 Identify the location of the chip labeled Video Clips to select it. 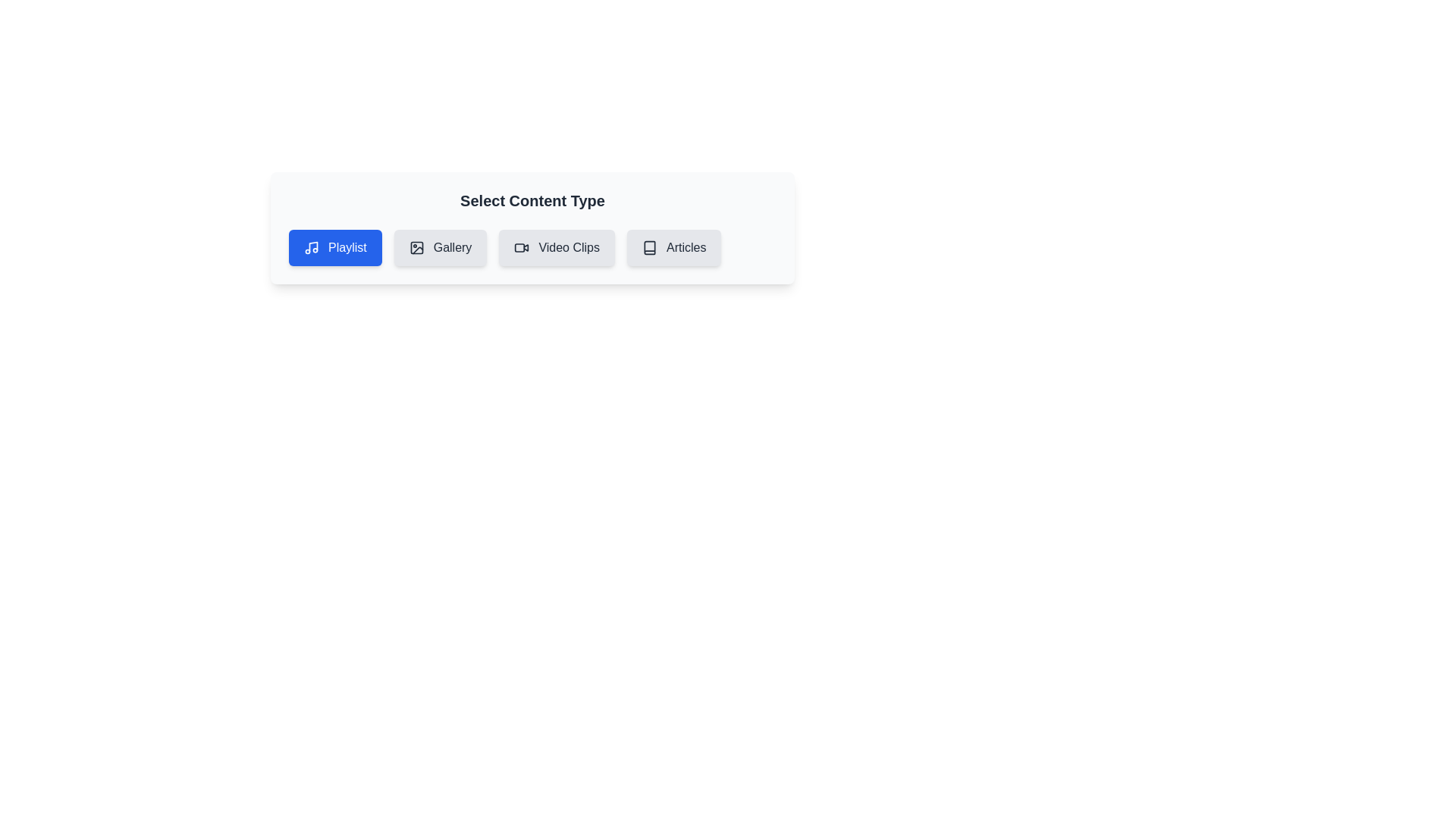
(556, 247).